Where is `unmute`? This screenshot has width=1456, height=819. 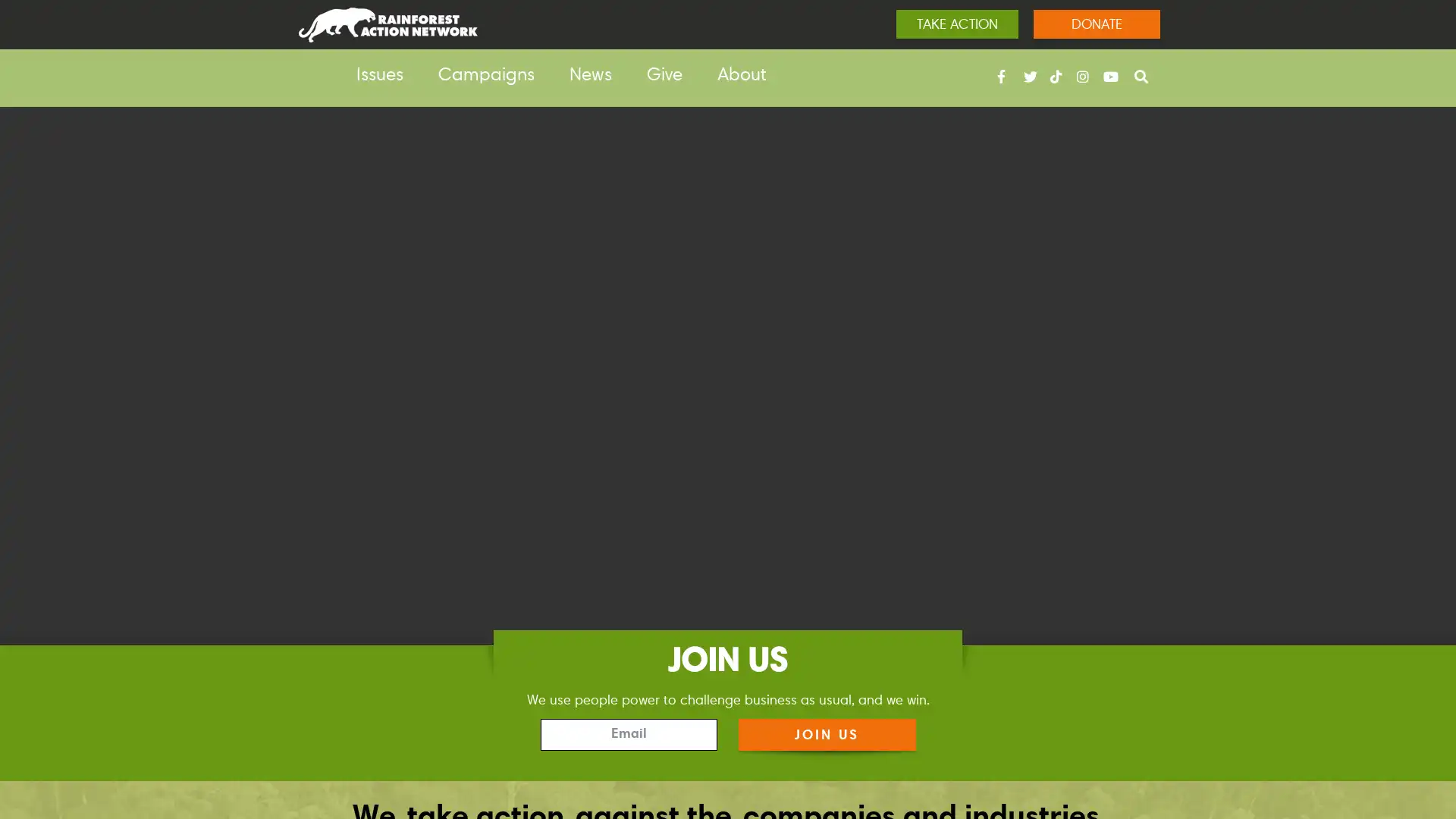
unmute is located at coordinates (1321, 739).